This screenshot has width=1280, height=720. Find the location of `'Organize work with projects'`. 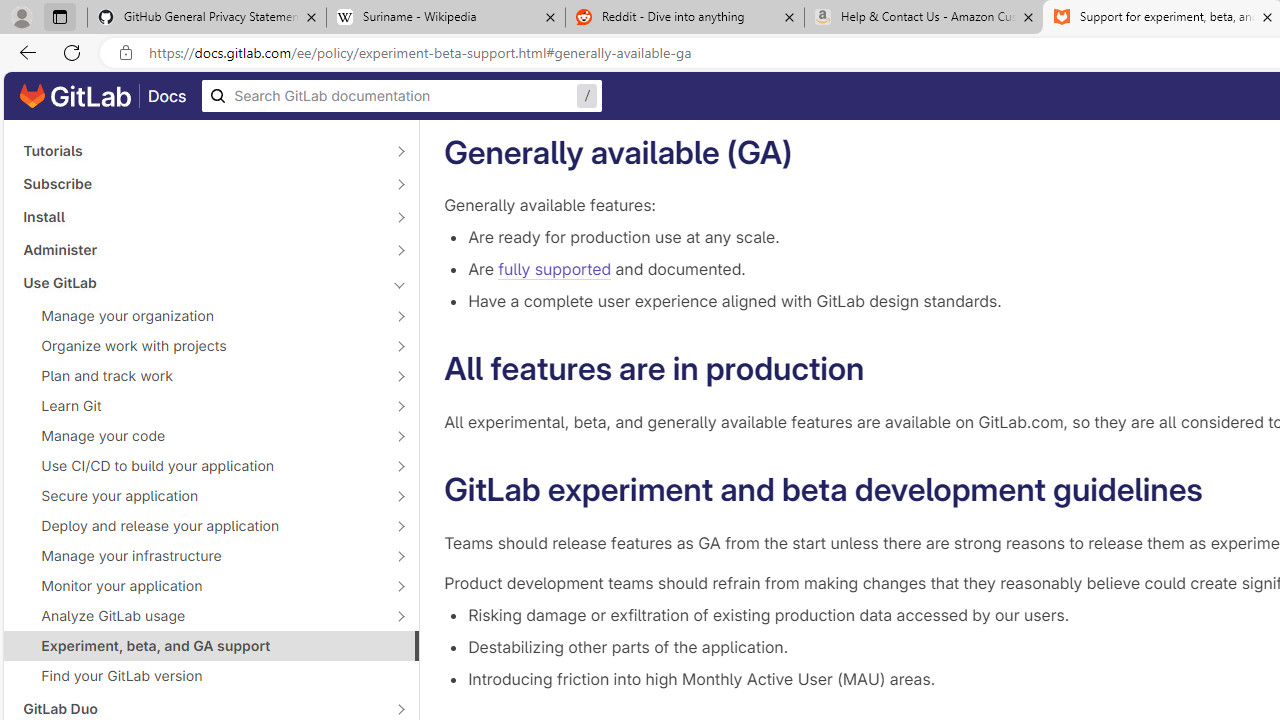

'Organize work with projects' is located at coordinates (200, 344).